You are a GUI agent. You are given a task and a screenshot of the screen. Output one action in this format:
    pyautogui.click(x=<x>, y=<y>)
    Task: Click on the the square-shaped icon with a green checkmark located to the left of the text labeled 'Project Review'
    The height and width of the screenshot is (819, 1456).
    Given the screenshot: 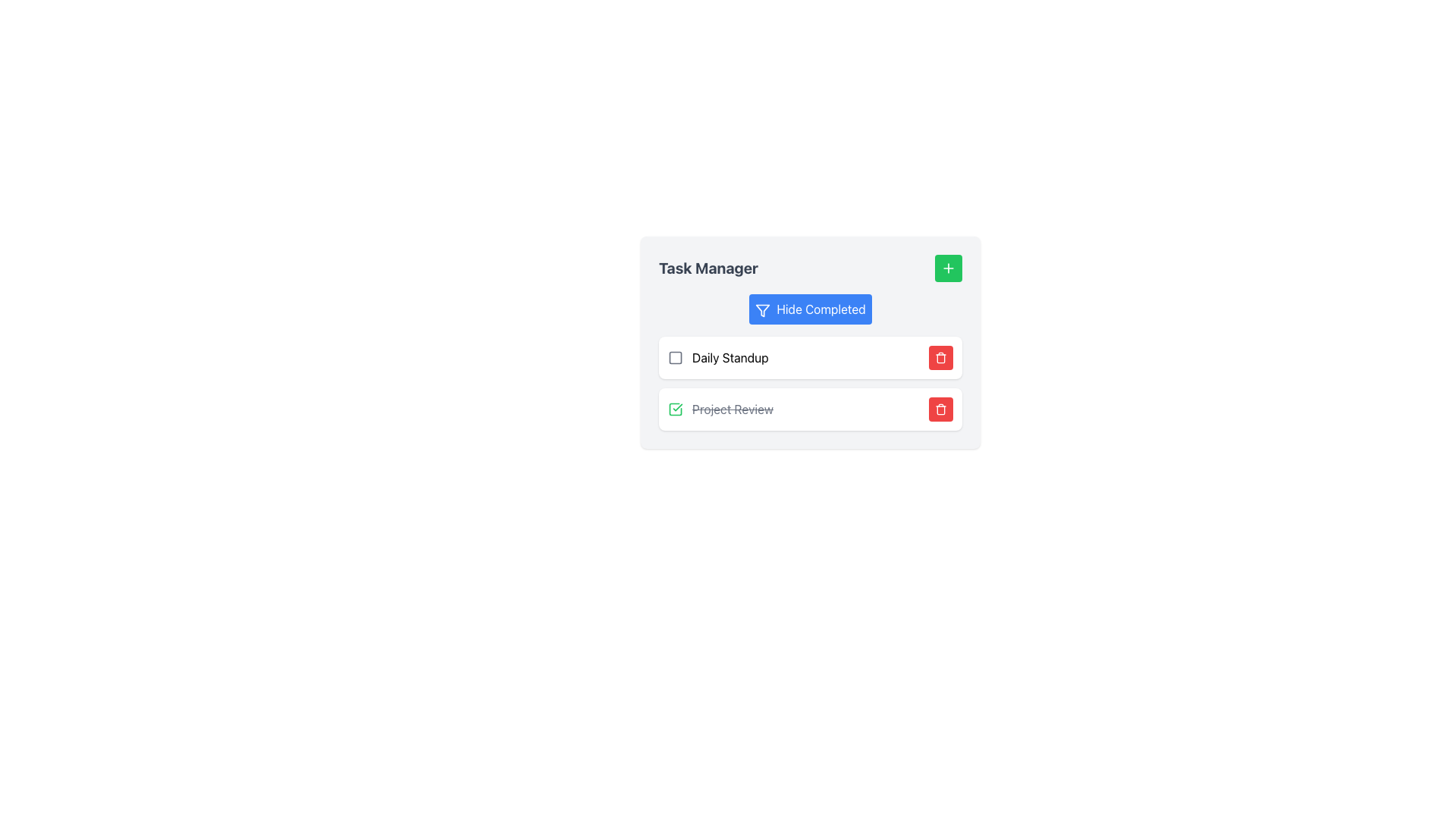 What is the action you would take?
    pyautogui.click(x=675, y=409)
    